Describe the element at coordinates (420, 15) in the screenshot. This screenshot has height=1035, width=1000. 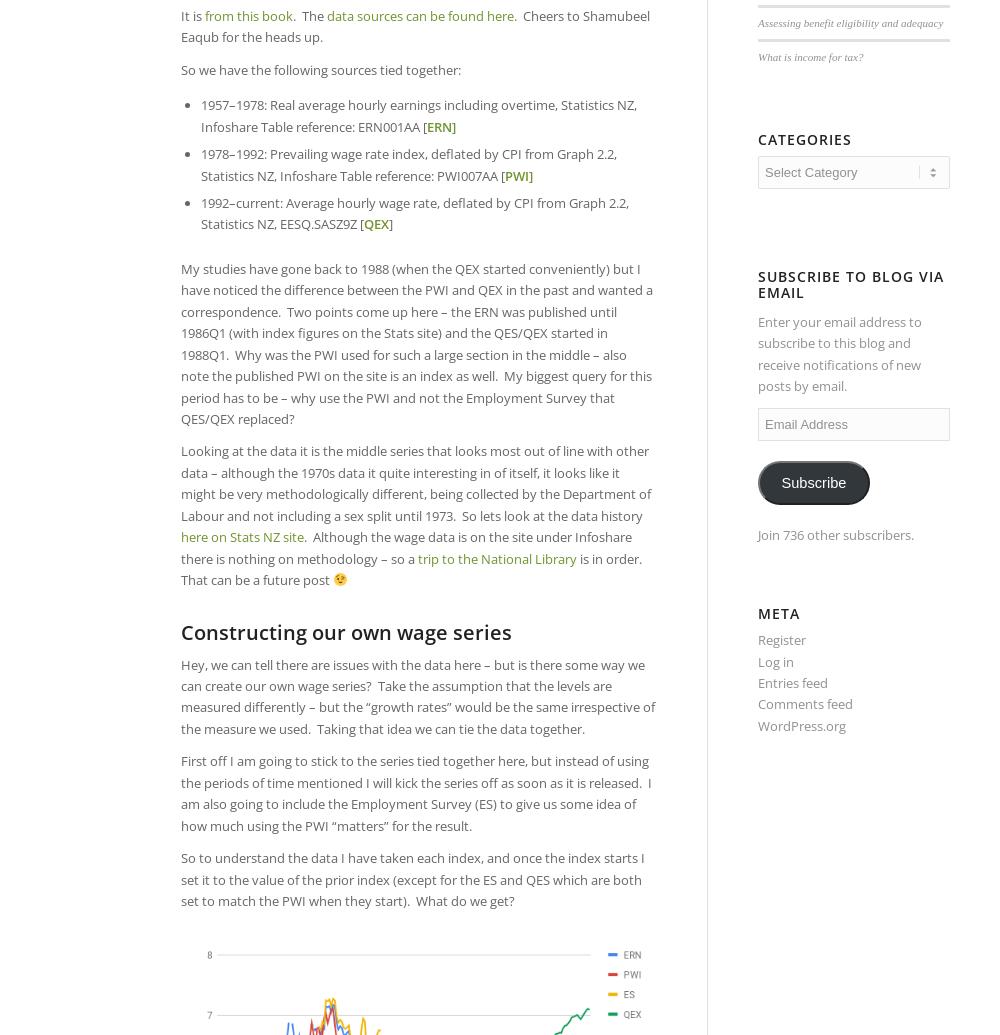
I see `'data sources can be found here'` at that location.